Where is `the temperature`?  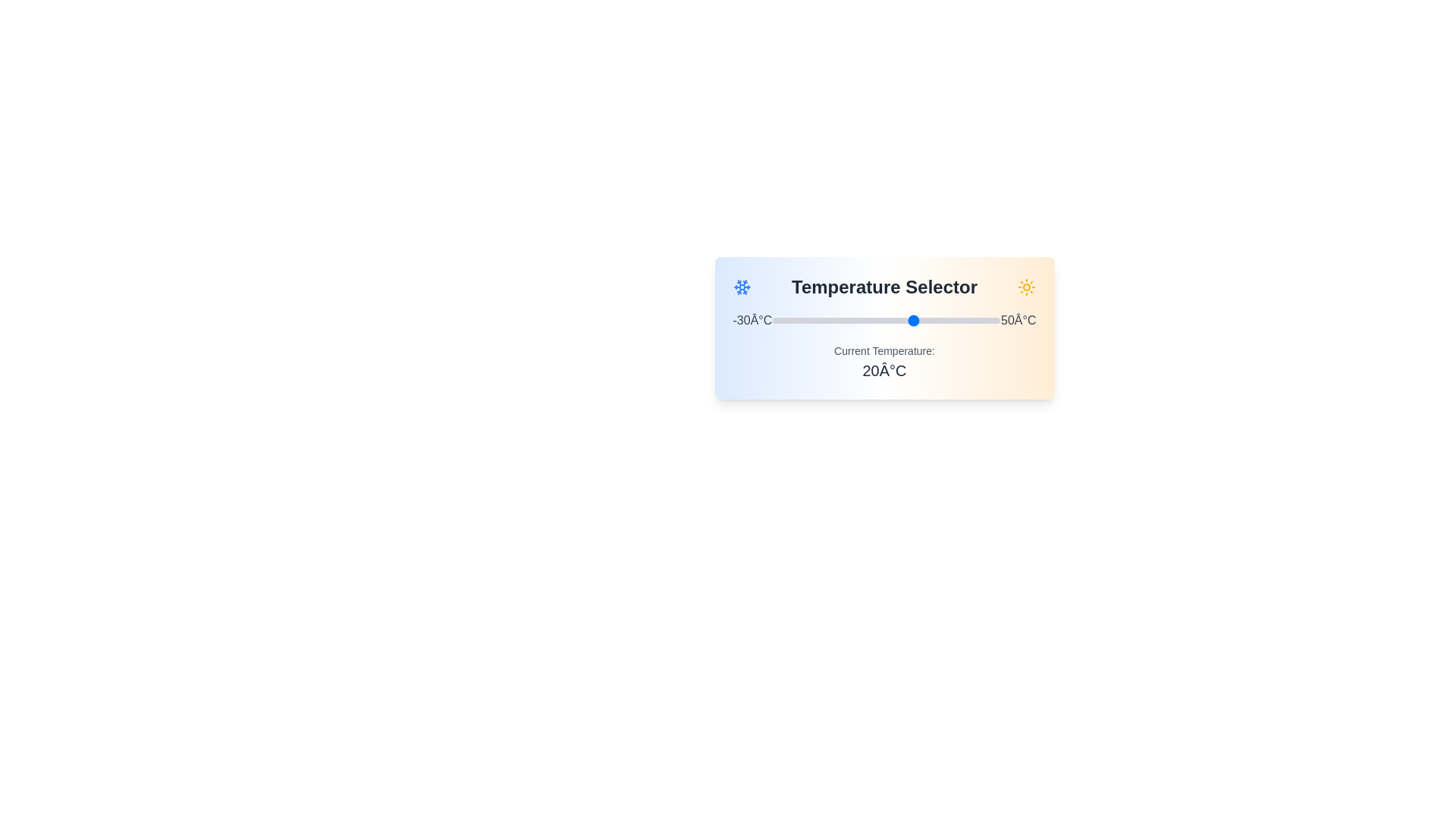 the temperature is located at coordinates (977, 320).